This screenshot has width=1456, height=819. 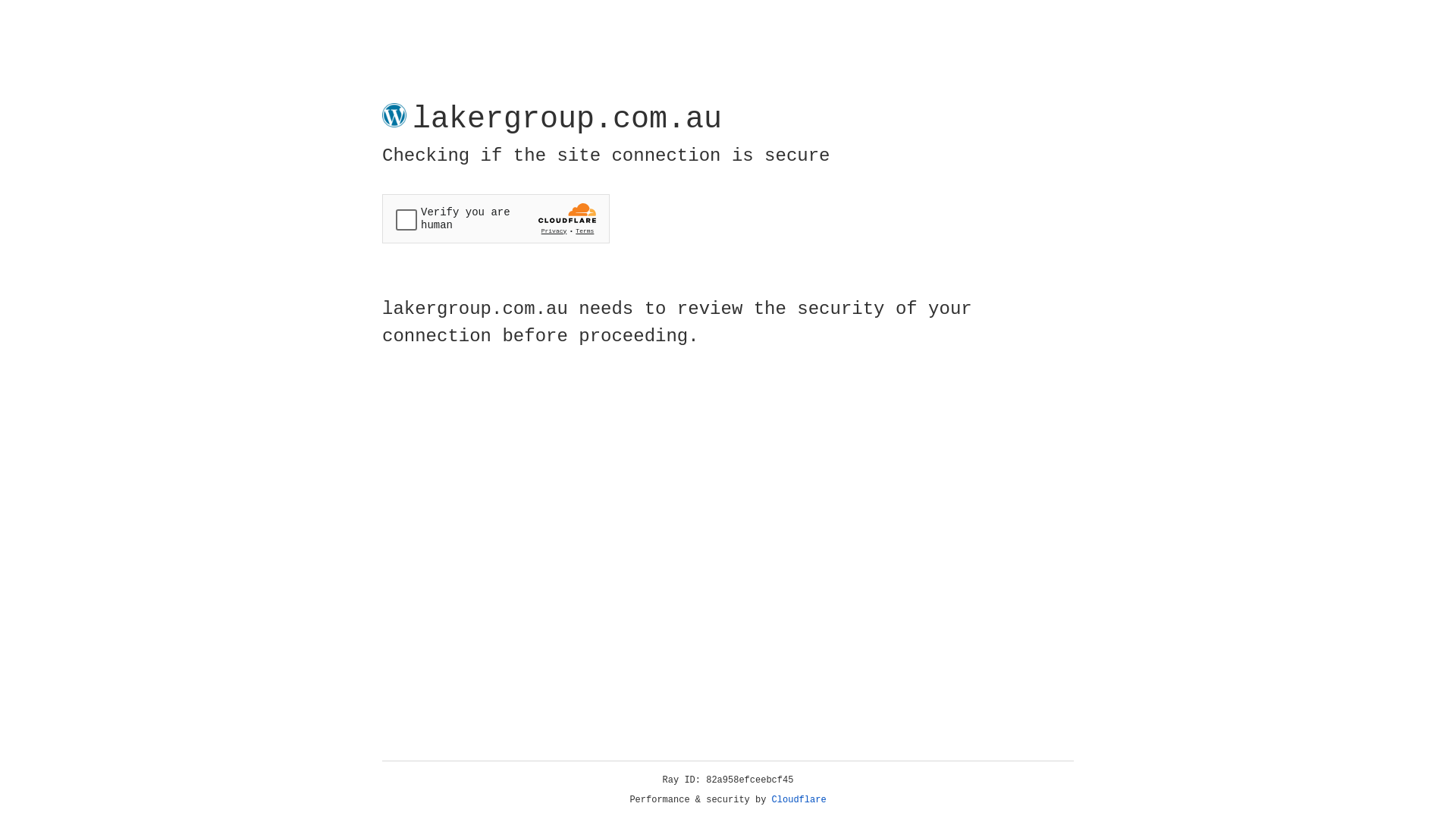 I want to click on 'Cloudflare', so click(x=771, y=799).